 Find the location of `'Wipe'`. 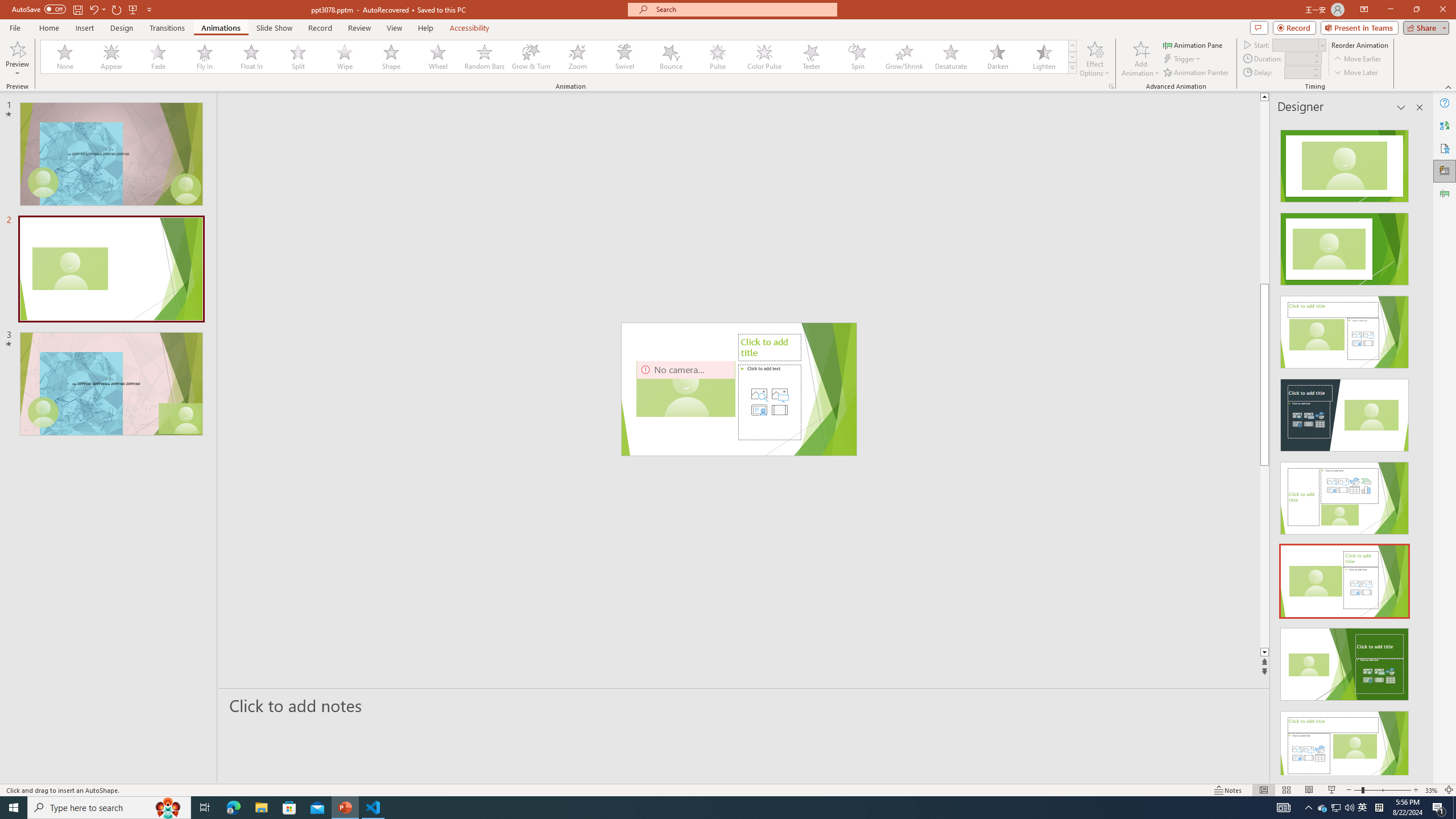

'Wipe' is located at coordinates (345, 56).